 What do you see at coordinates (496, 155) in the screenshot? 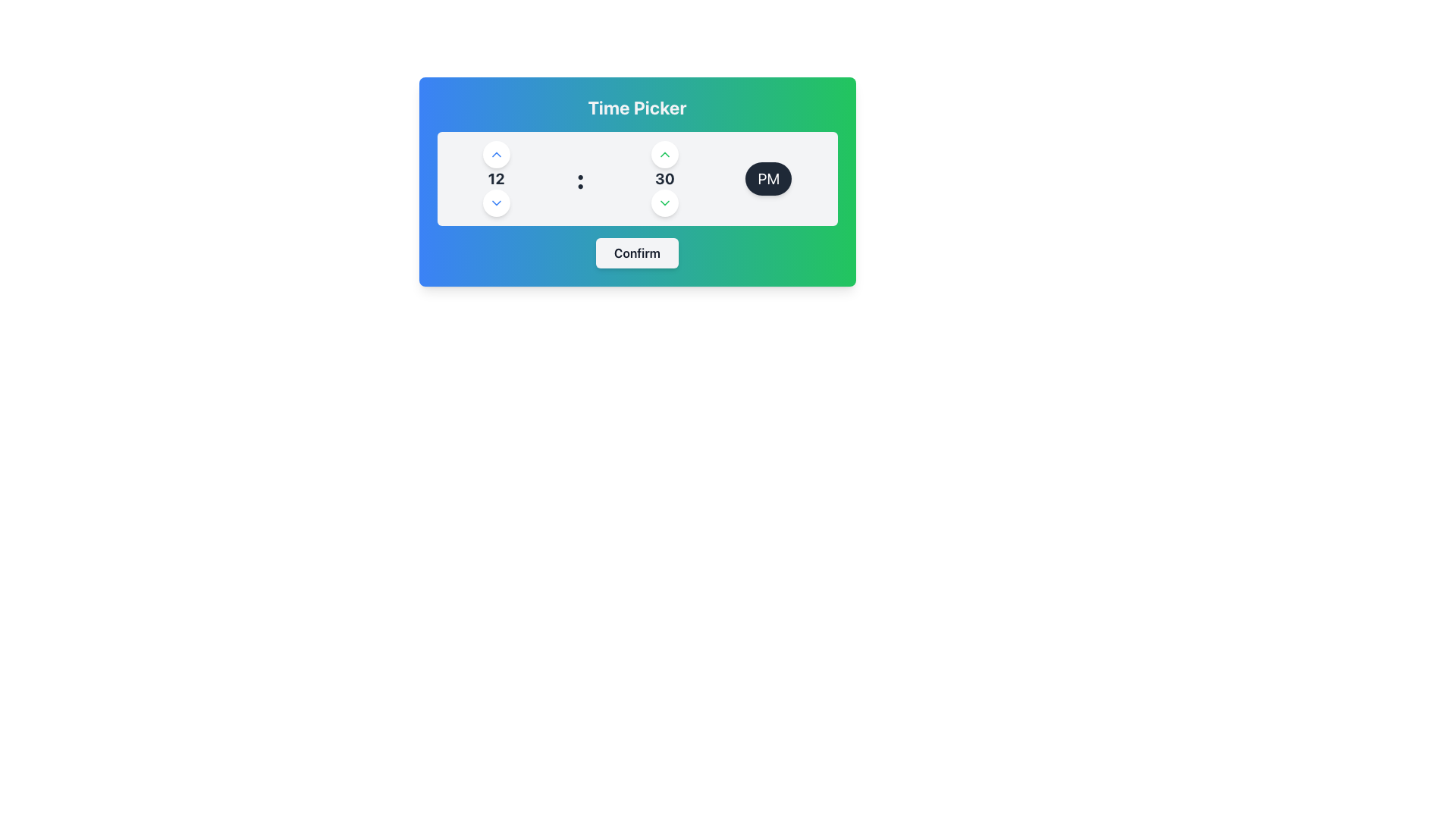
I see `the upward-pointing chevron icon within the circular button in the top row of buttons on the right-hand column of the time picker` at bounding box center [496, 155].